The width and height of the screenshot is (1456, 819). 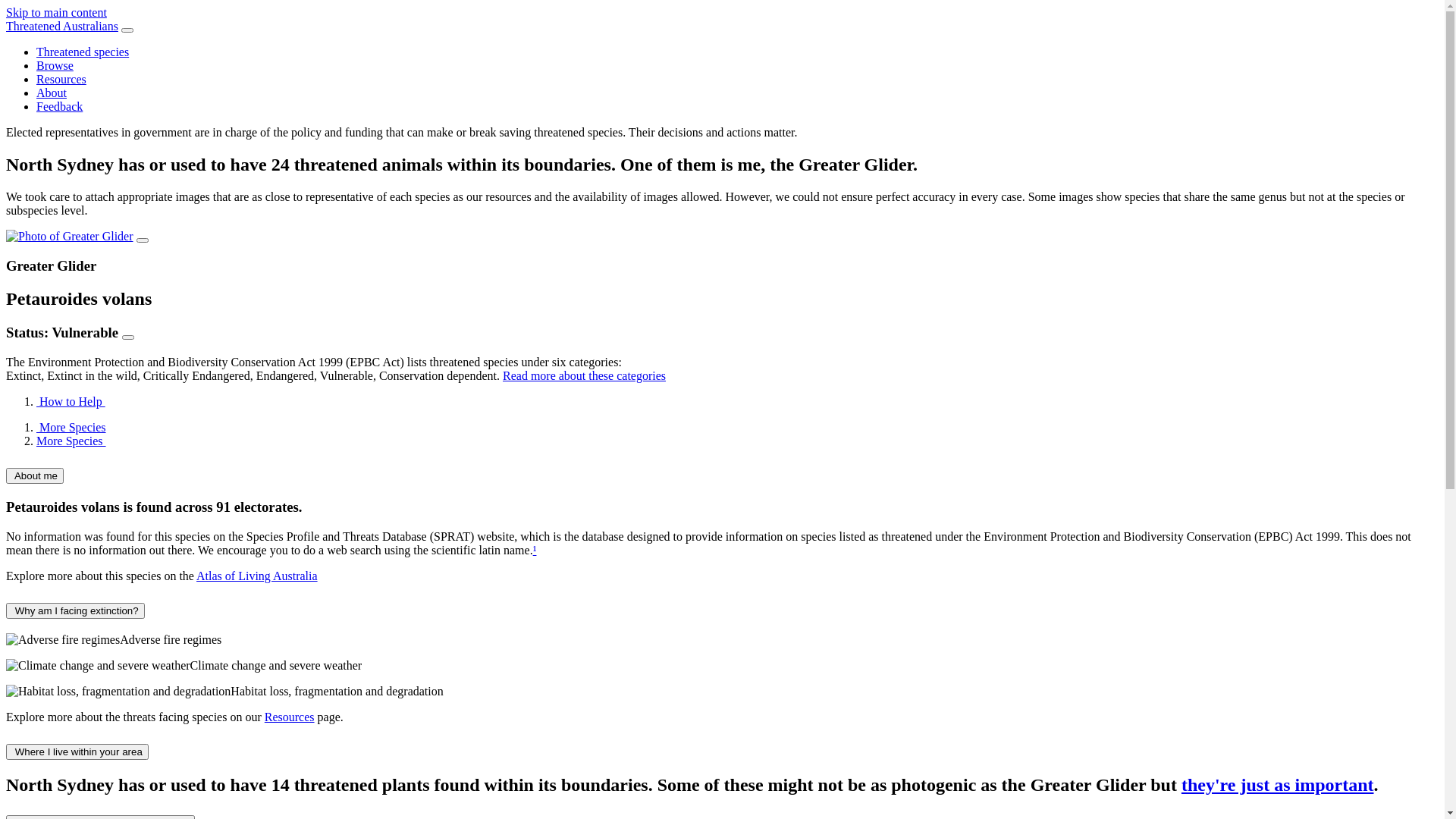 What do you see at coordinates (70, 400) in the screenshot?
I see `' How to Help '` at bounding box center [70, 400].